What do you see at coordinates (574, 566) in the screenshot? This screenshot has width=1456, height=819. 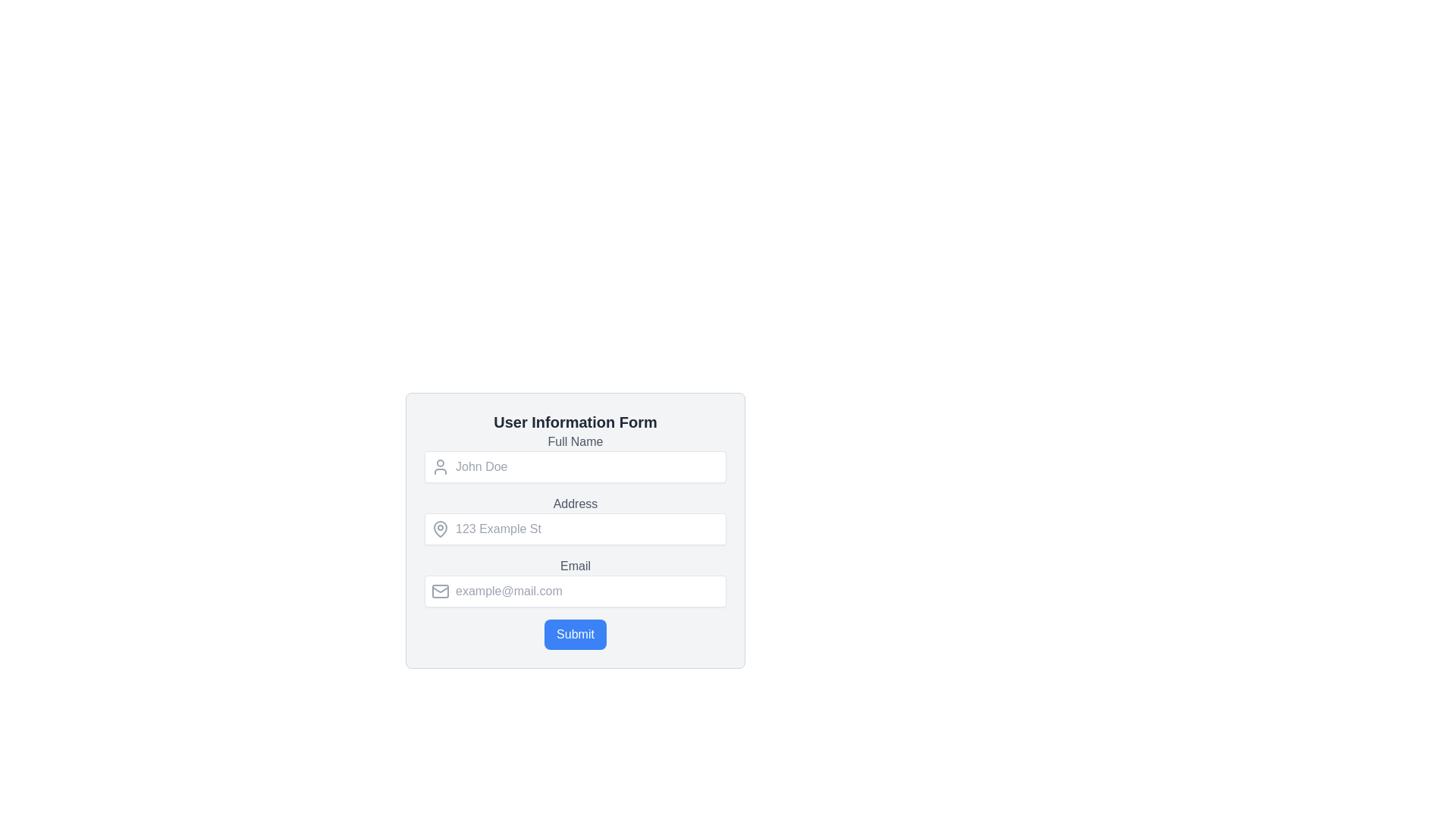 I see `the 'Email' label text element positioned above the email input field` at bounding box center [574, 566].